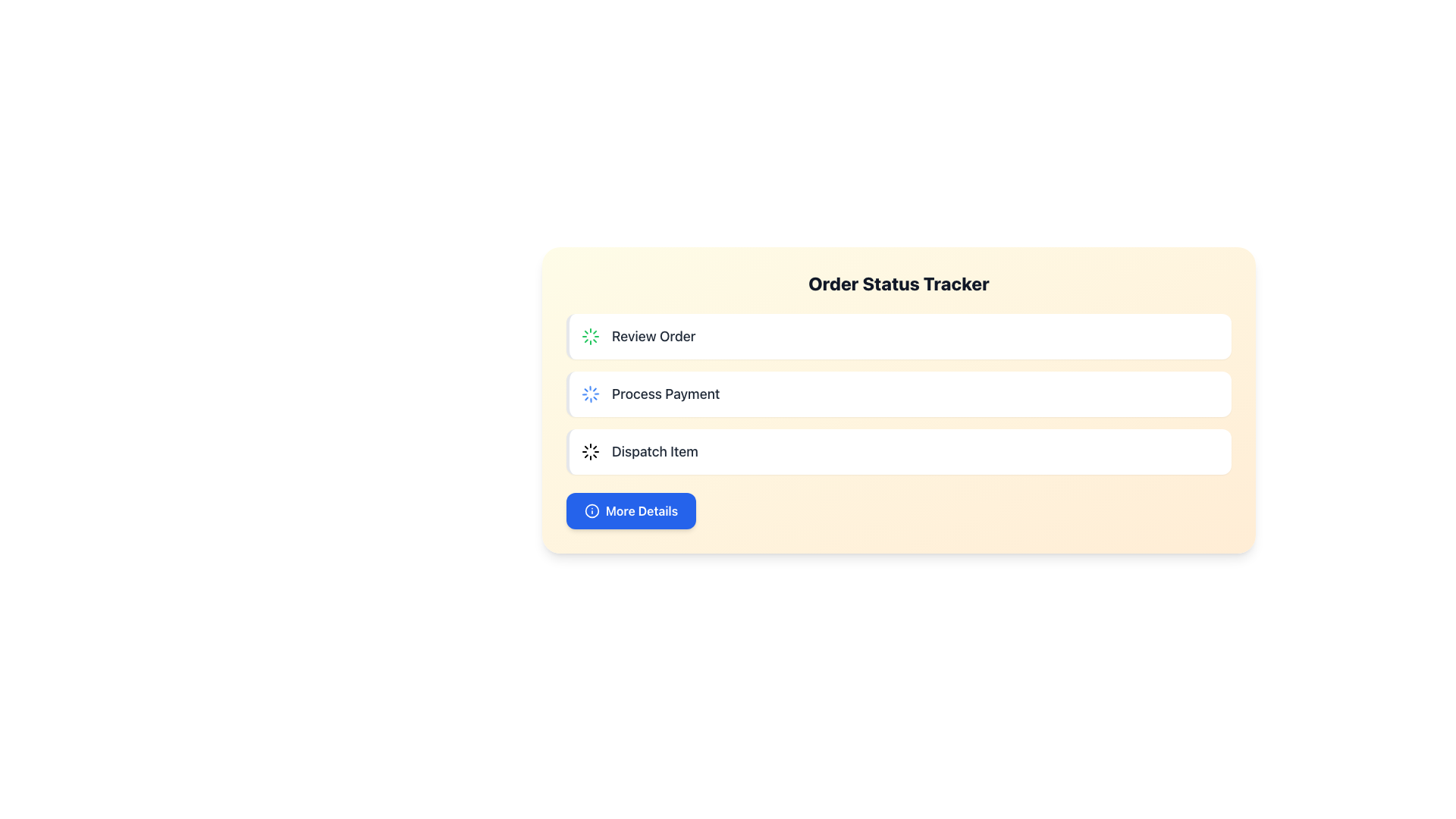  I want to click on the status of the Progress Step Card labeled 'Process Payment', which is the middle card in the 'Order Status Tracker' section, so click(899, 394).